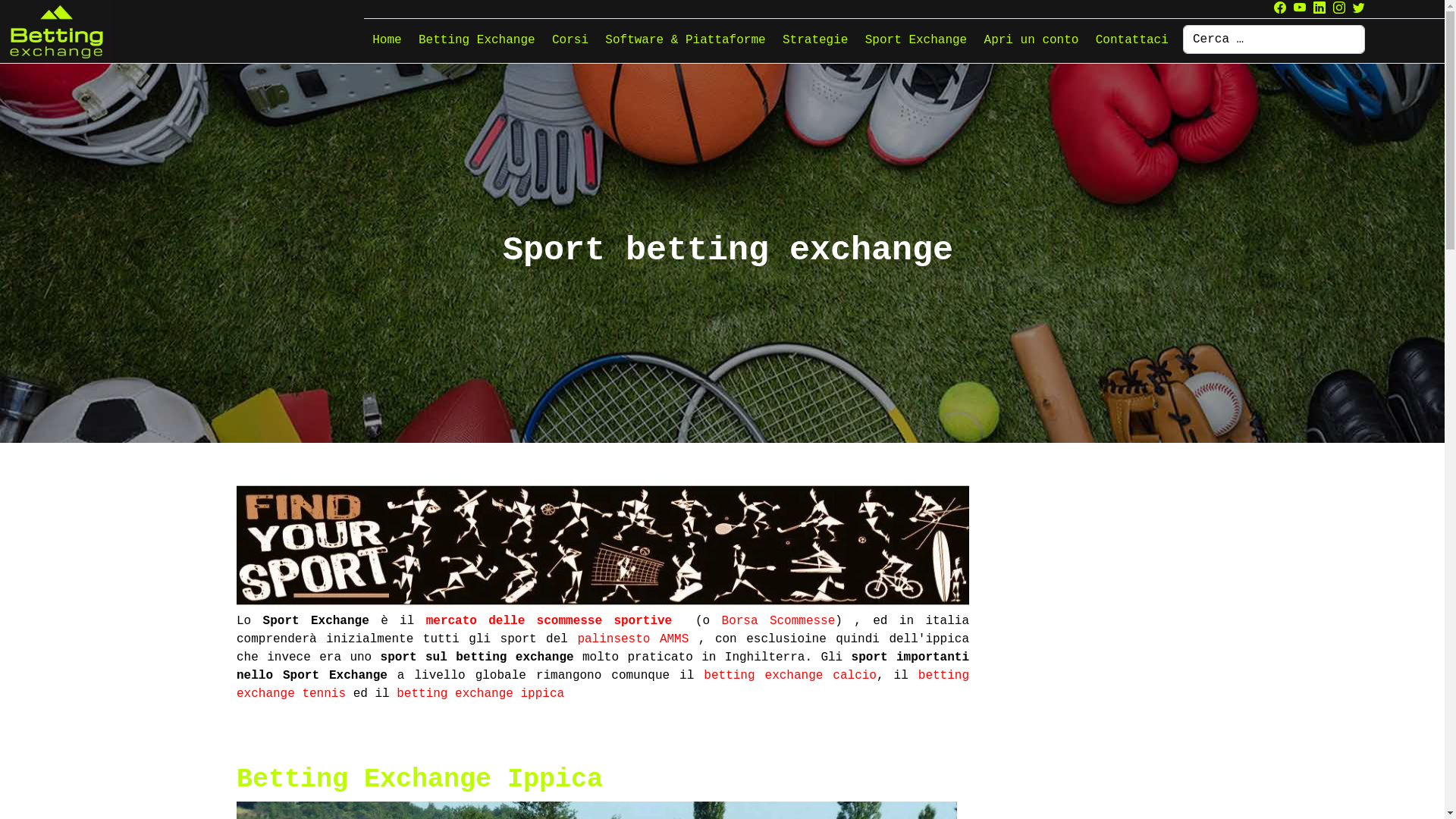 This screenshot has height=819, width=1456. Describe the element at coordinates (1339, 8) in the screenshot. I see `'Instagram'` at that location.